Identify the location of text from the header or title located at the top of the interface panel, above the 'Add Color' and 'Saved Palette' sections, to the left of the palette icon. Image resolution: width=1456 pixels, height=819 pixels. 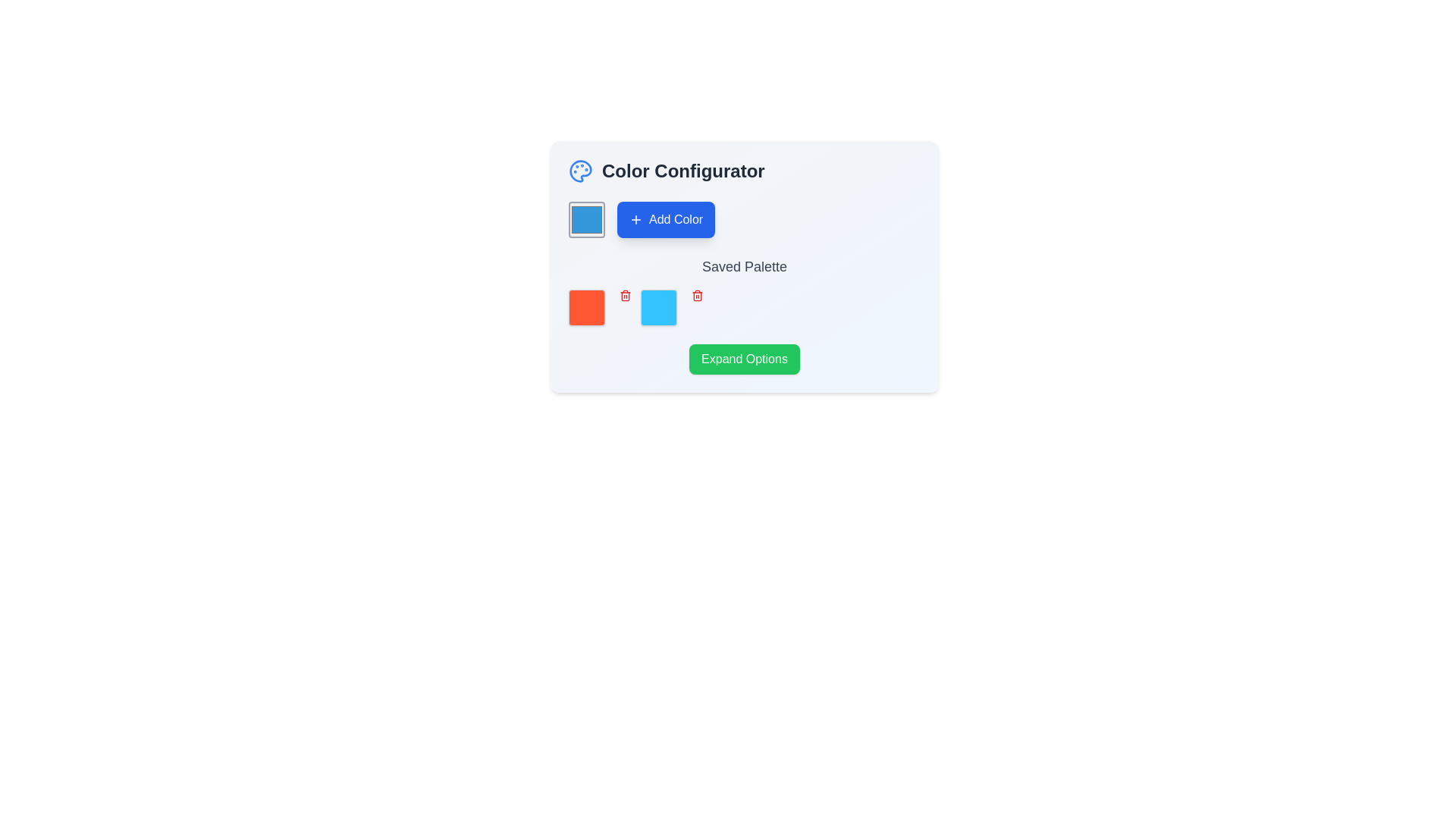
(745, 171).